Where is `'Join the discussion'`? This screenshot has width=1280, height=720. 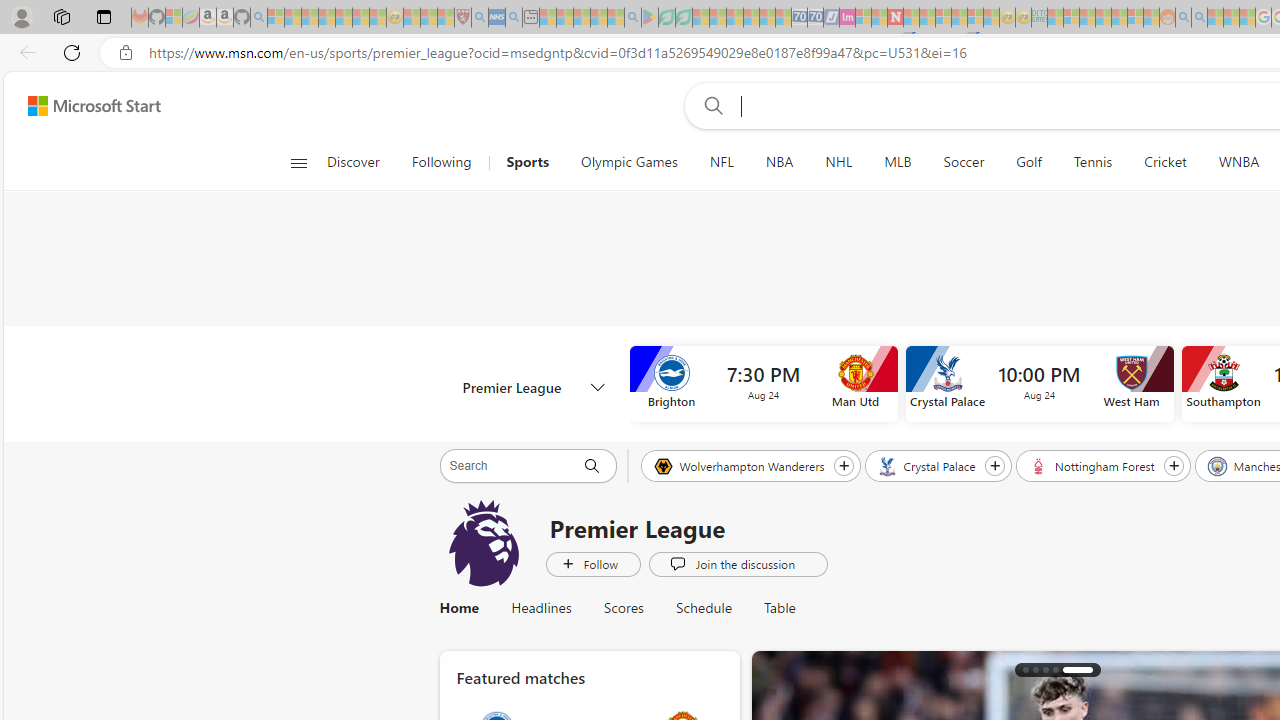
'Join the discussion' is located at coordinates (736, 563).